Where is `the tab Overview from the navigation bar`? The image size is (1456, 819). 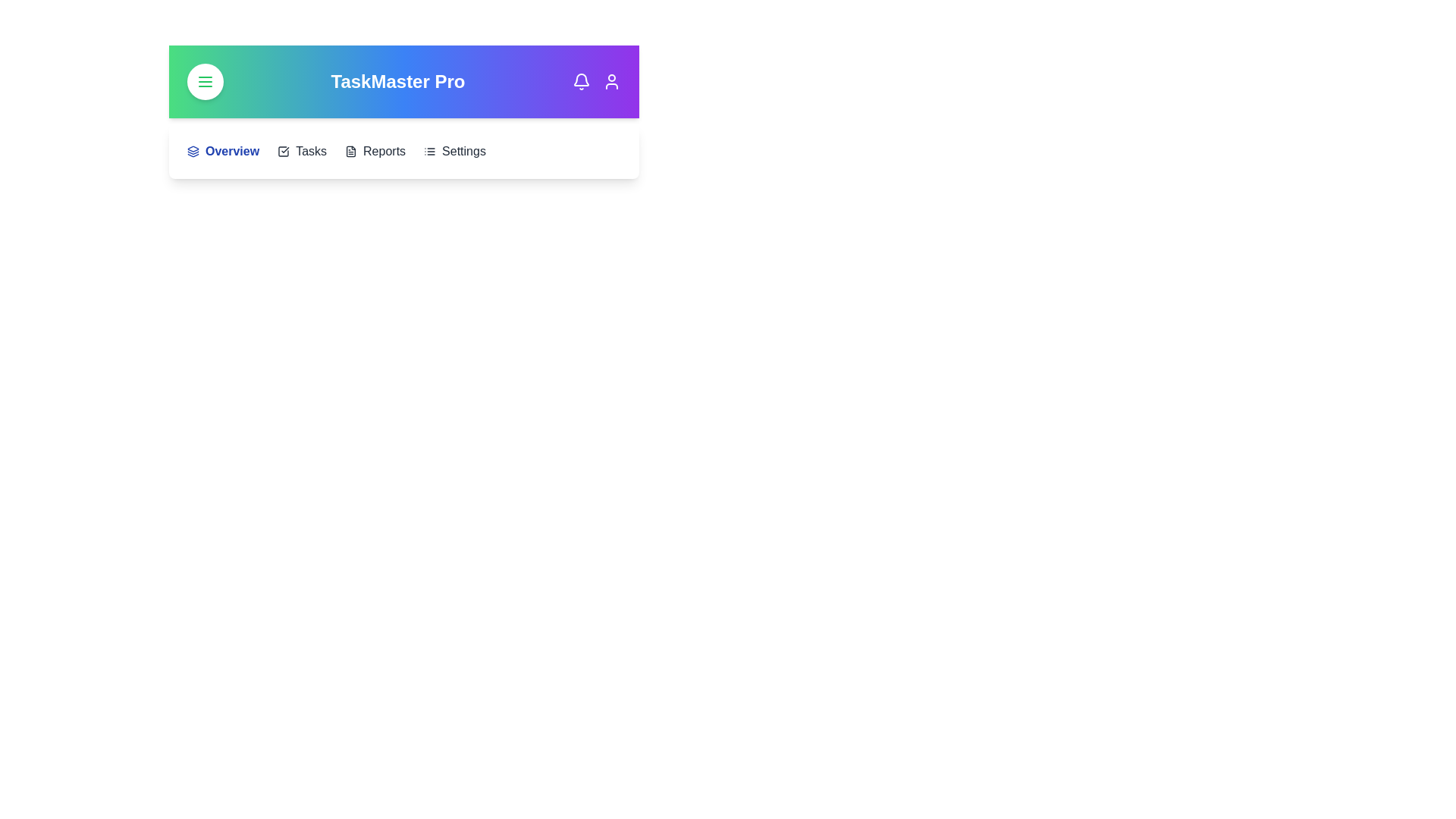
the tab Overview from the navigation bar is located at coordinates (221, 152).